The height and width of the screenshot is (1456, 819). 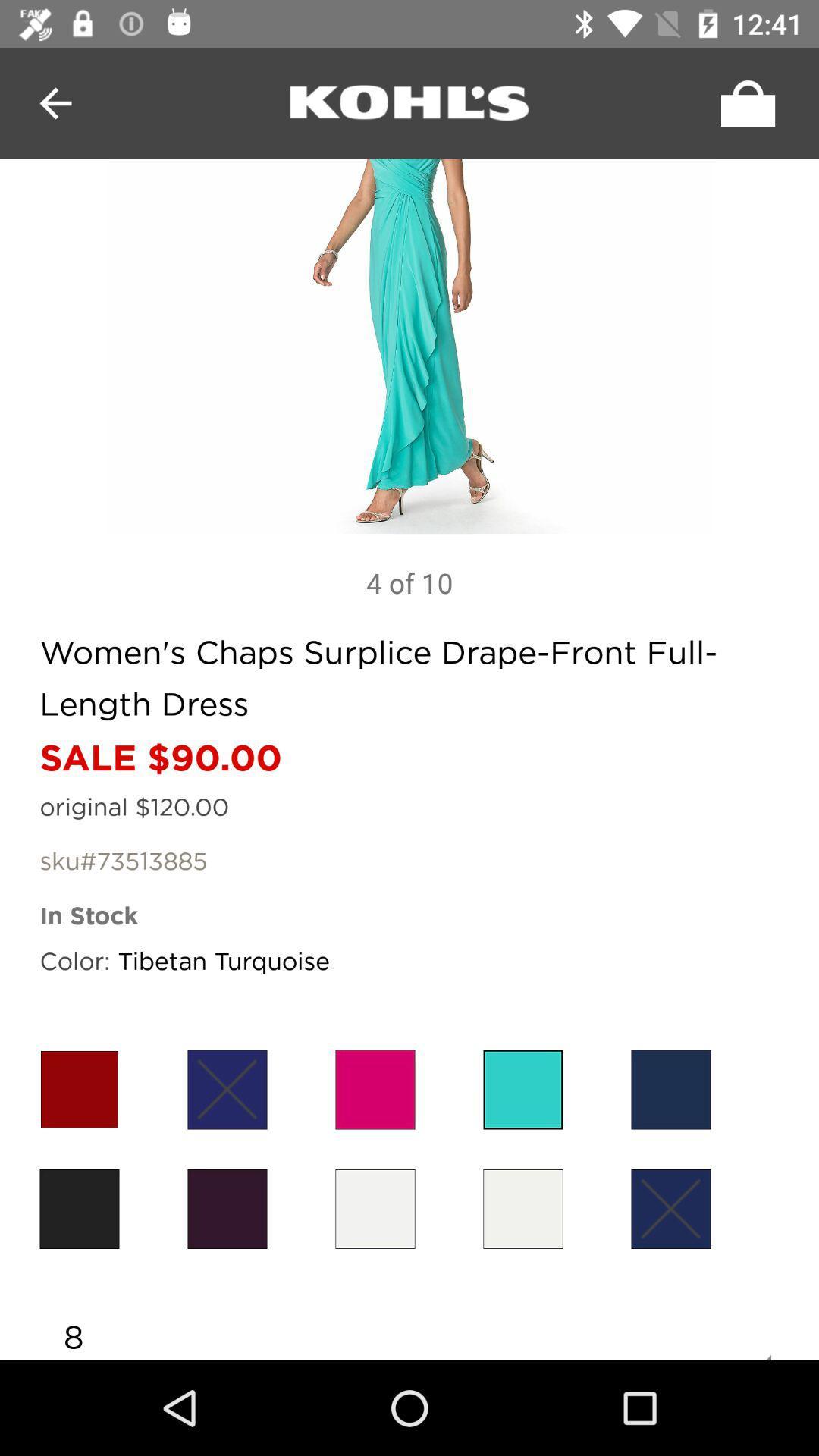 What do you see at coordinates (670, 1088) in the screenshot?
I see `the color bar` at bounding box center [670, 1088].